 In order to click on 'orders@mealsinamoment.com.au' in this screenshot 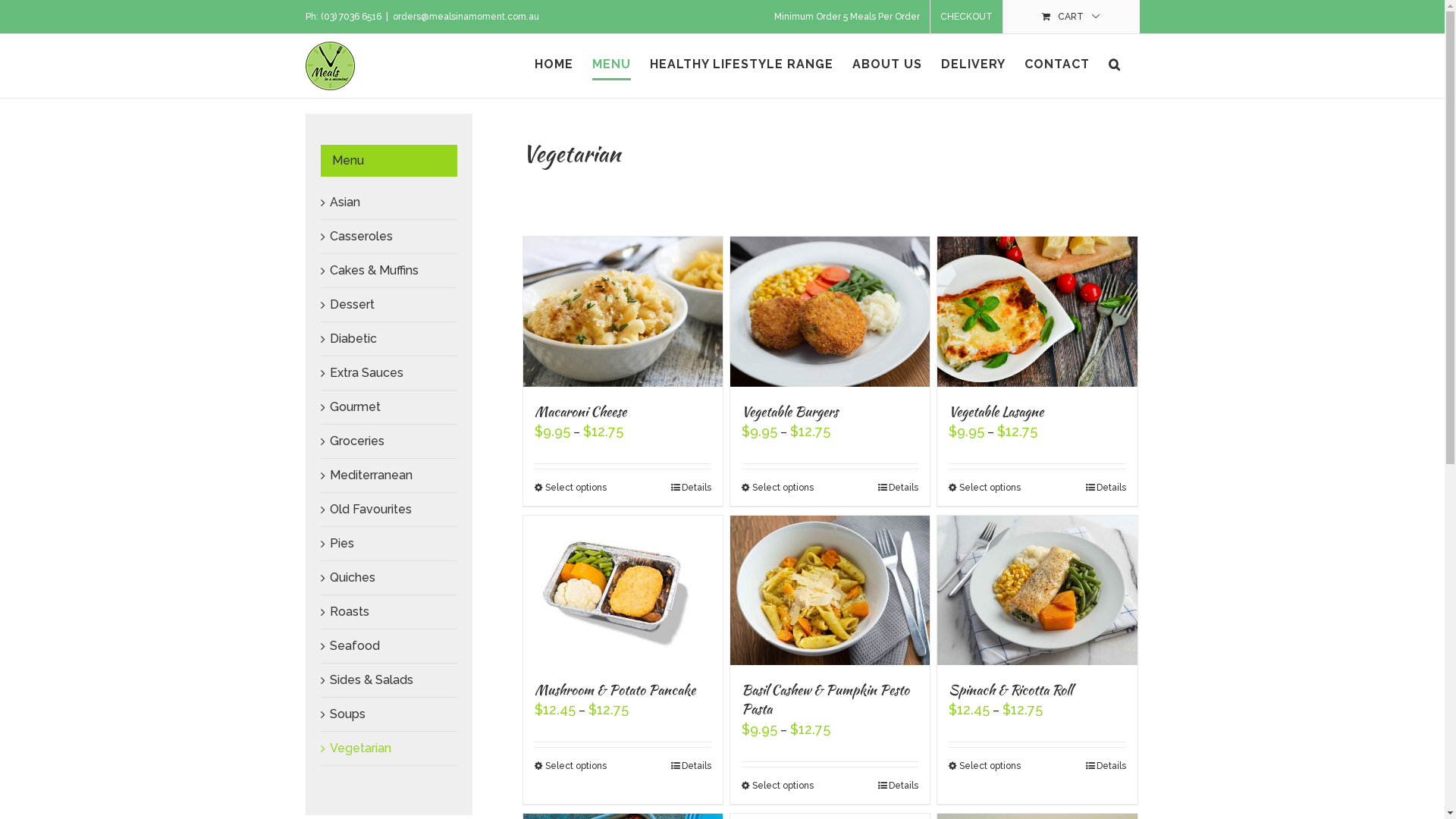, I will do `click(465, 17)`.